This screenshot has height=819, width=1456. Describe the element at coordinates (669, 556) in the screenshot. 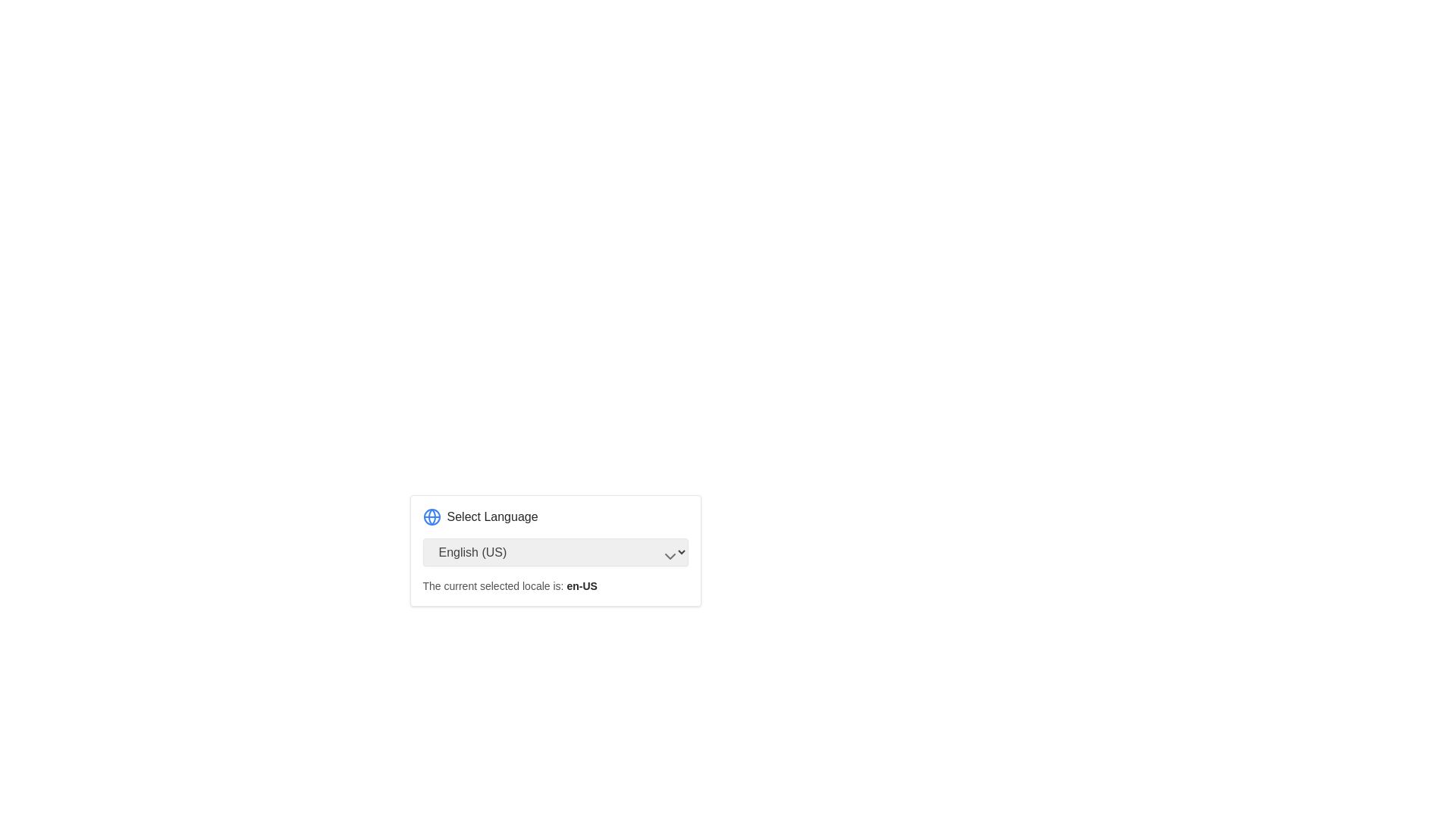

I see `the downward-facing chevron icon located in the upper-right corner of the dropdown displaying 'English (US)'` at that location.